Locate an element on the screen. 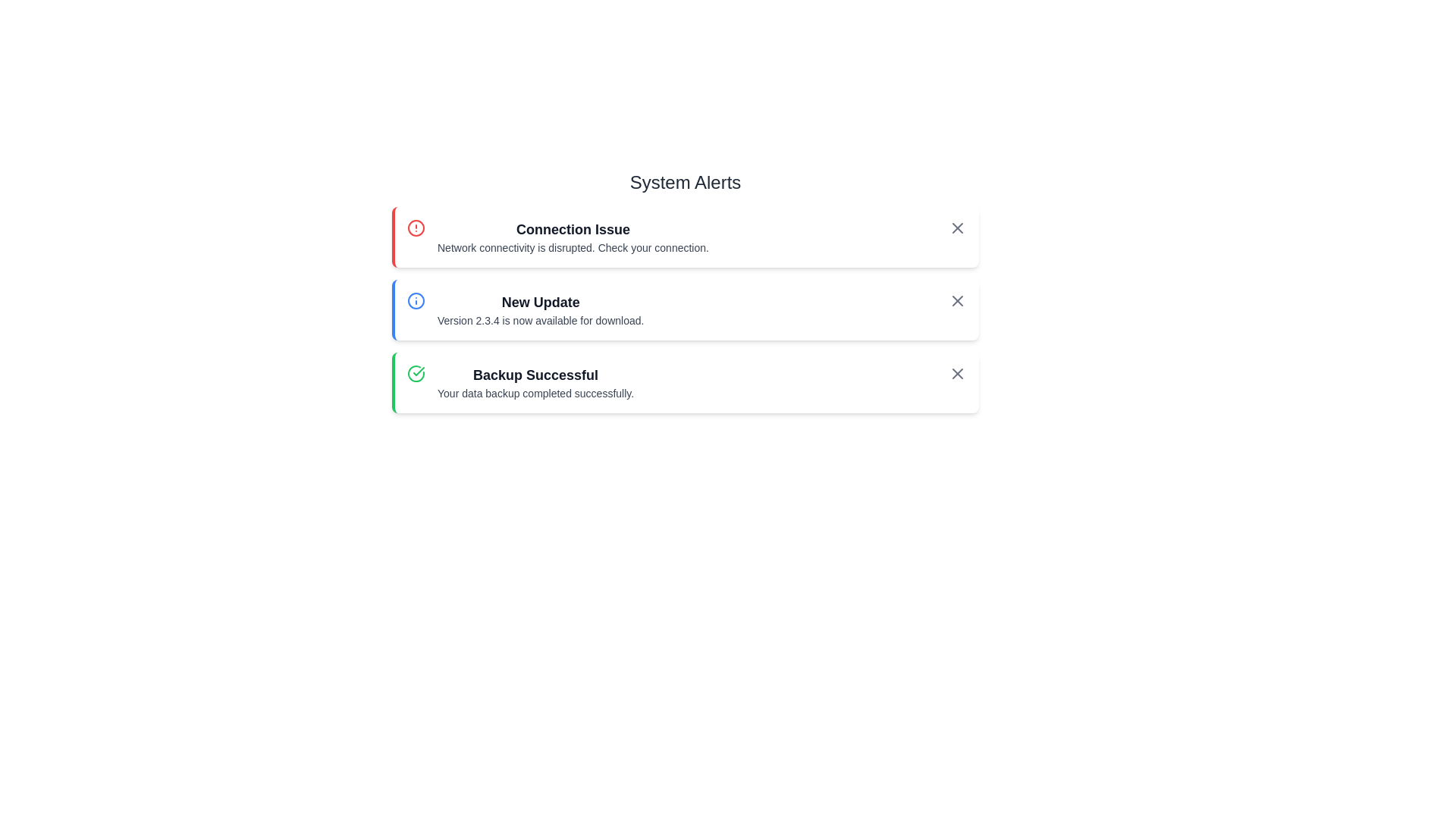  the Notification description section that displays 'Connection Issue' and 'Network connectivity is disrupted.' is located at coordinates (572, 237).